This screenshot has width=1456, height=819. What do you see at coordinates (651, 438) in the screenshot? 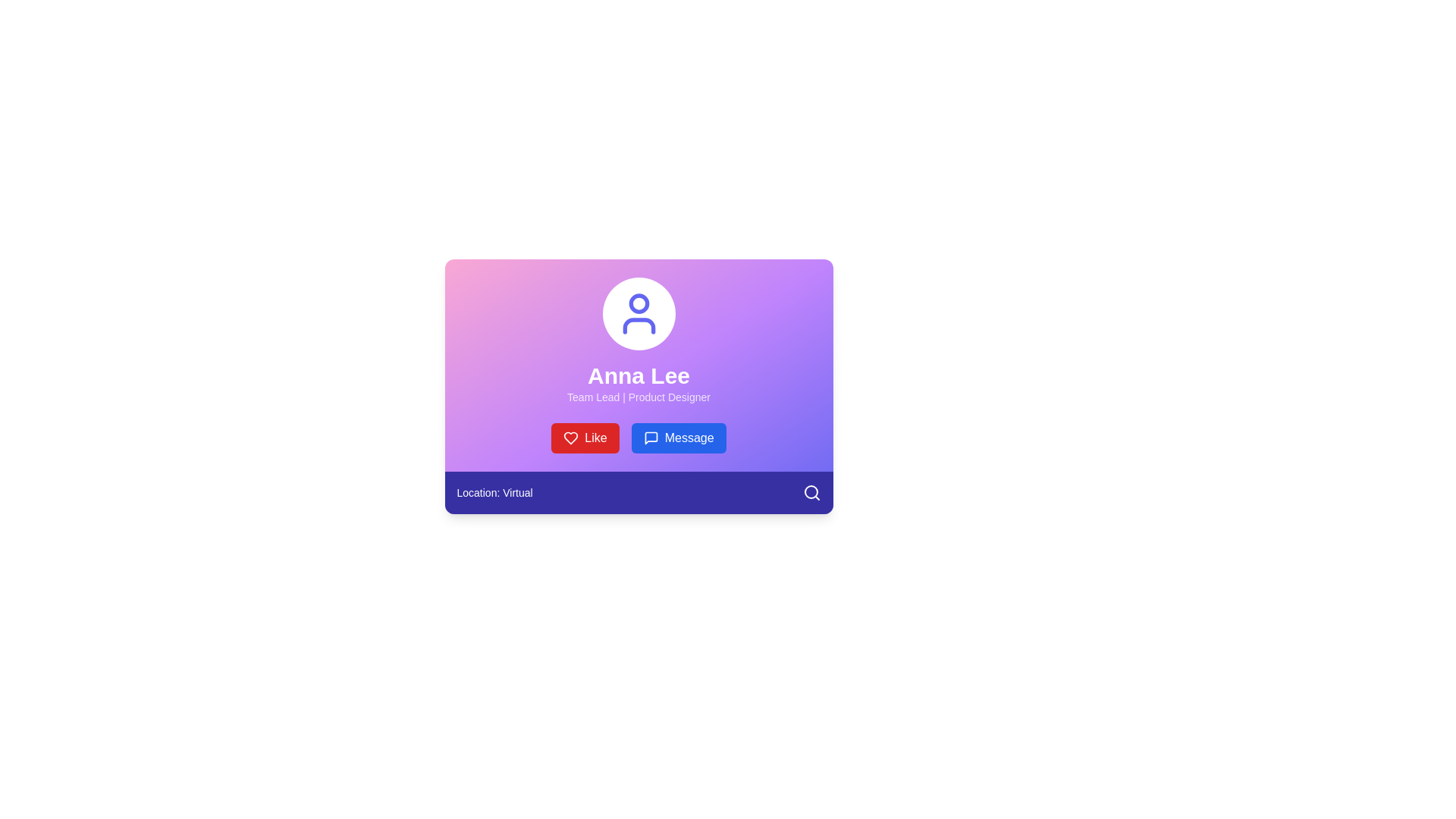
I see `the icon that visually indicates the 'Message' button for sending messages, located at the center-left part of the button` at bounding box center [651, 438].